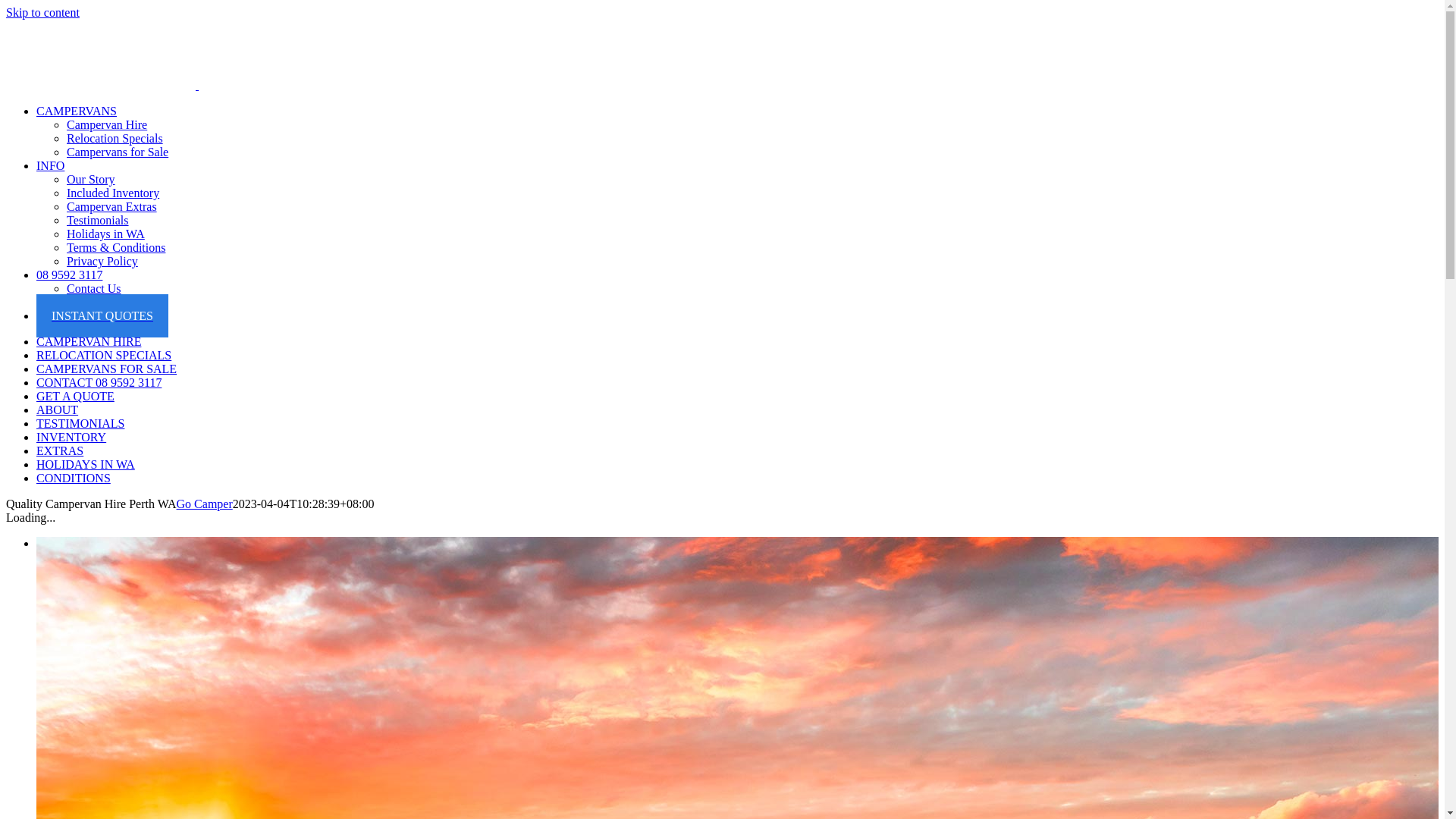 The width and height of the screenshot is (1456, 819). I want to click on 'Campervans for Sale', so click(116, 152).